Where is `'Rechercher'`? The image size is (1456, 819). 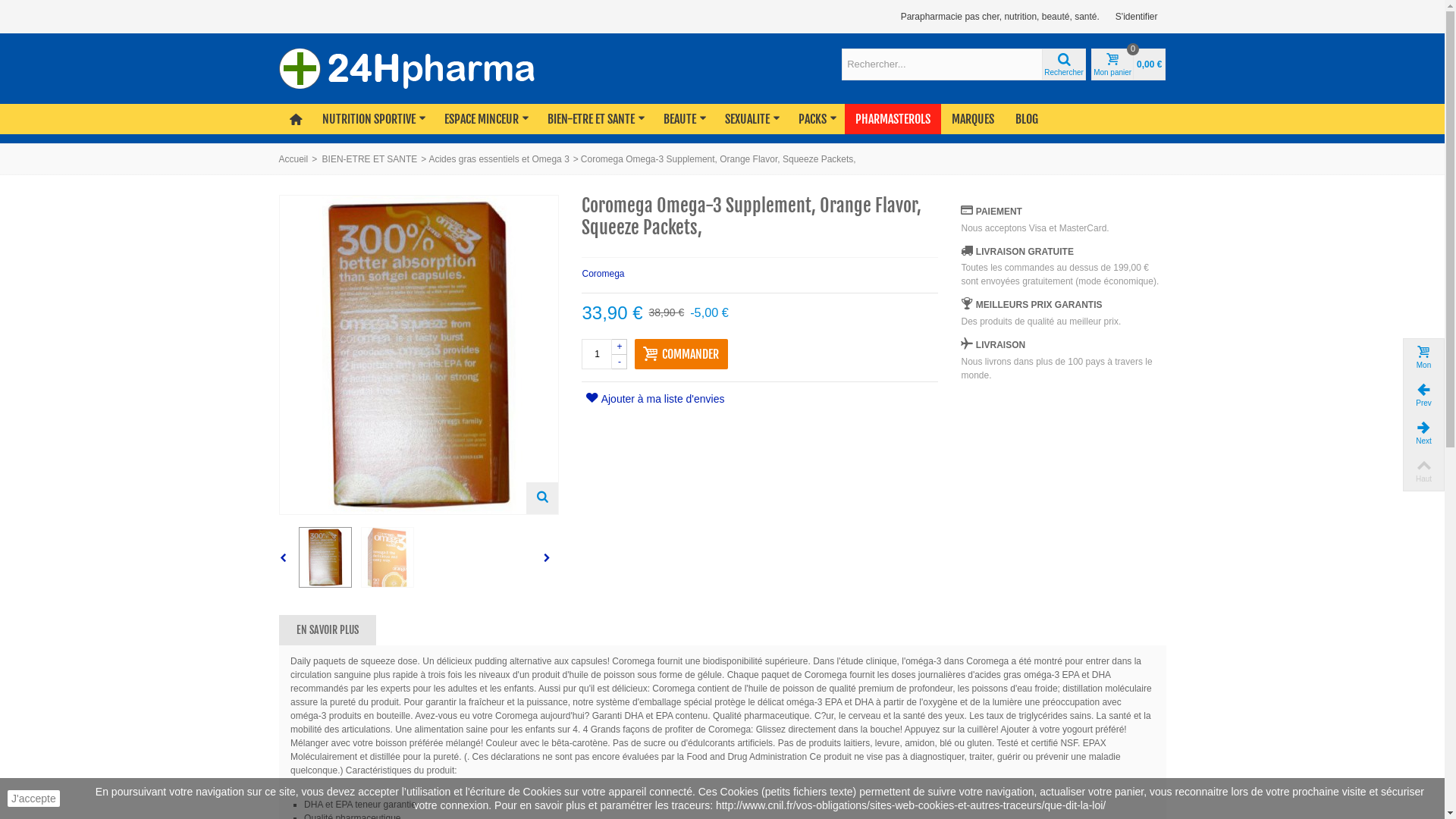
'Rechercher' is located at coordinates (1062, 63).